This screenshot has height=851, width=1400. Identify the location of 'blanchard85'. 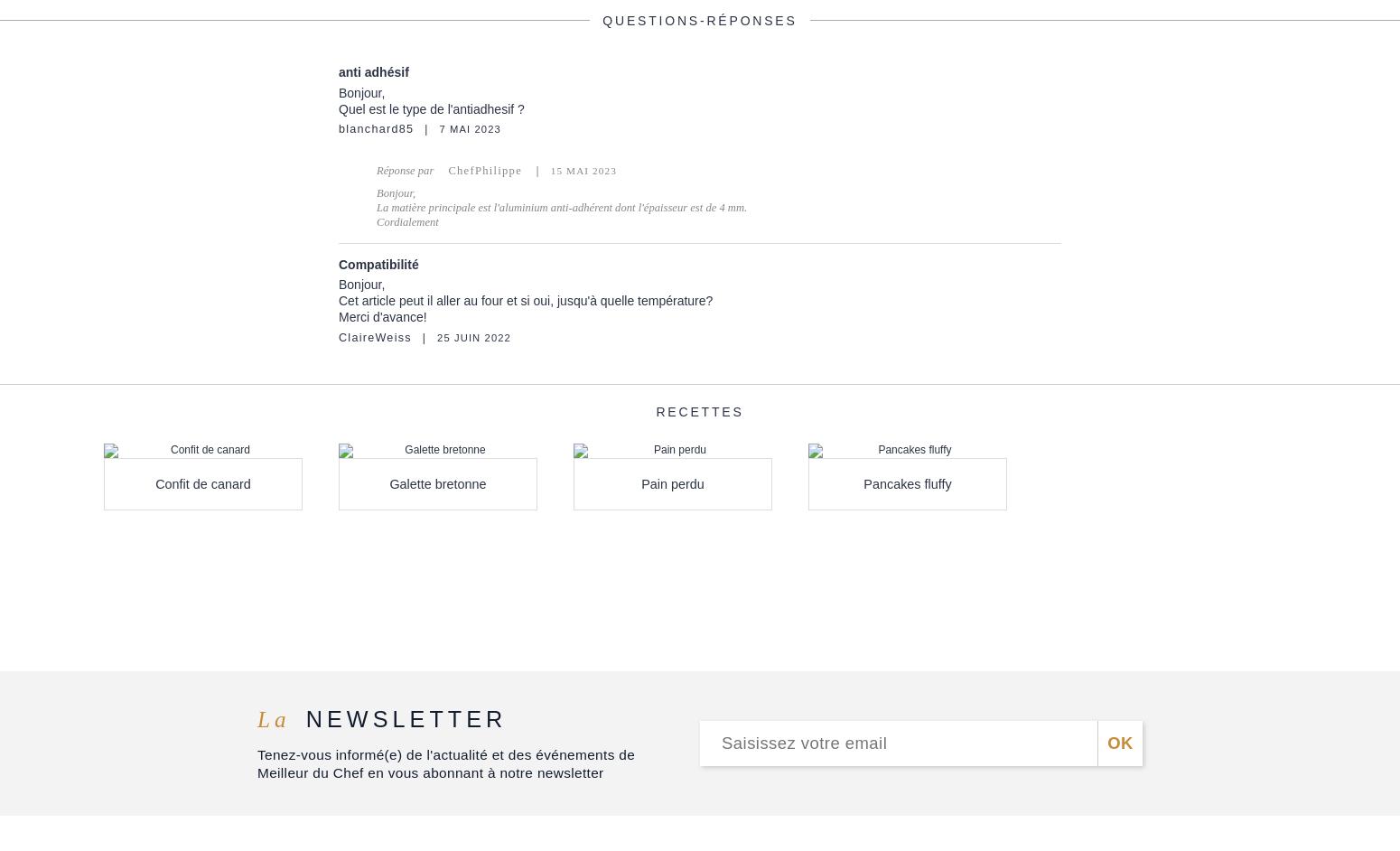
(376, 127).